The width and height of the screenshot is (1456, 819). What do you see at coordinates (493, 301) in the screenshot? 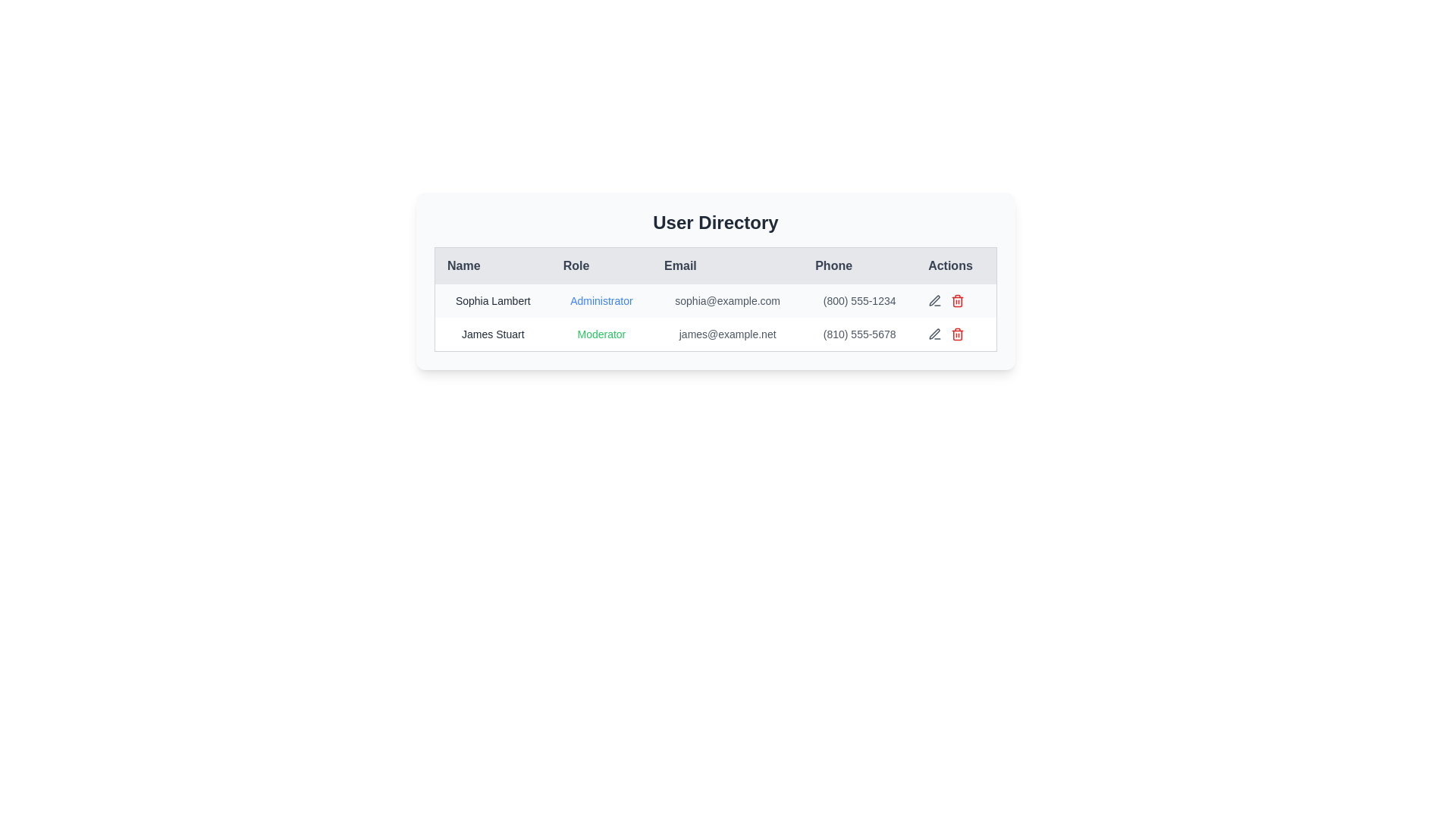
I see `the text label displaying the name 'Sophia Lambert' in the user directory table, located in the first row under the 'Name' column` at bounding box center [493, 301].